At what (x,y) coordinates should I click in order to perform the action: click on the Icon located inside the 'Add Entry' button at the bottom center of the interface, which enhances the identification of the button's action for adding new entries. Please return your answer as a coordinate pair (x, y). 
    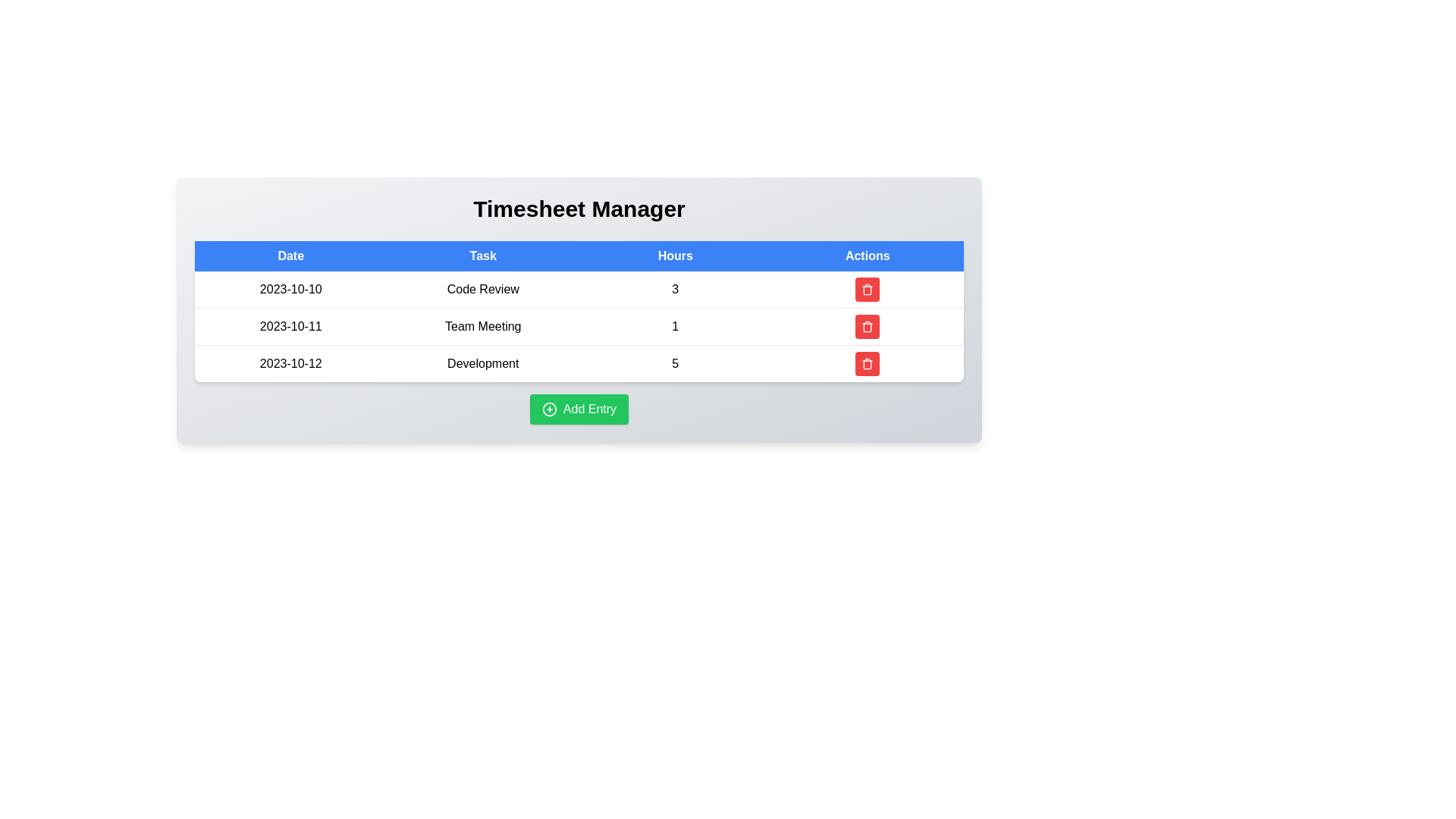
    Looking at the image, I should click on (548, 409).